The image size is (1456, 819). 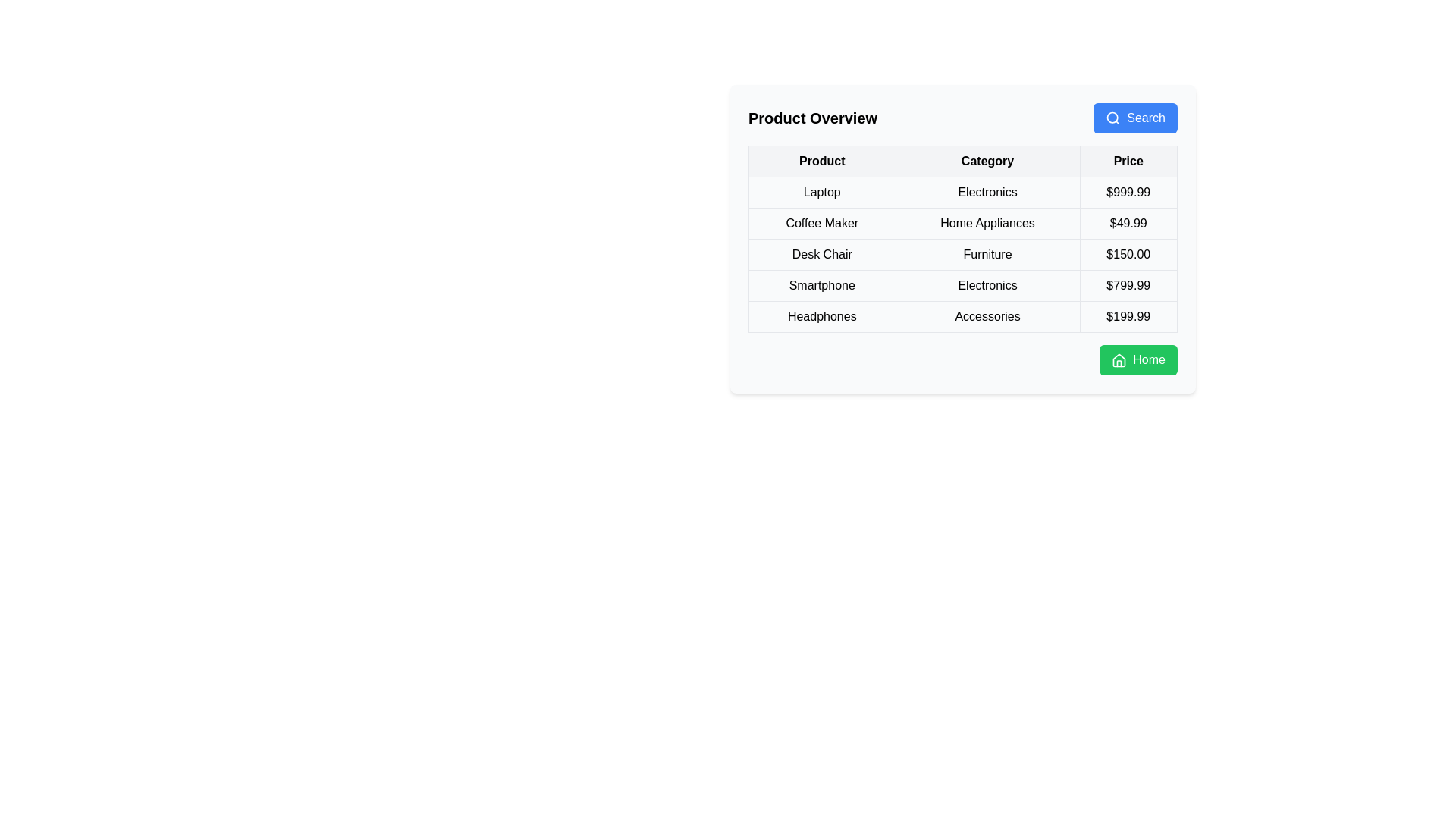 What do you see at coordinates (821, 286) in the screenshot?
I see `the 'Smartphone' text element within the first cell of the table under the 'Product Overview' header` at bounding box center [821, 286].